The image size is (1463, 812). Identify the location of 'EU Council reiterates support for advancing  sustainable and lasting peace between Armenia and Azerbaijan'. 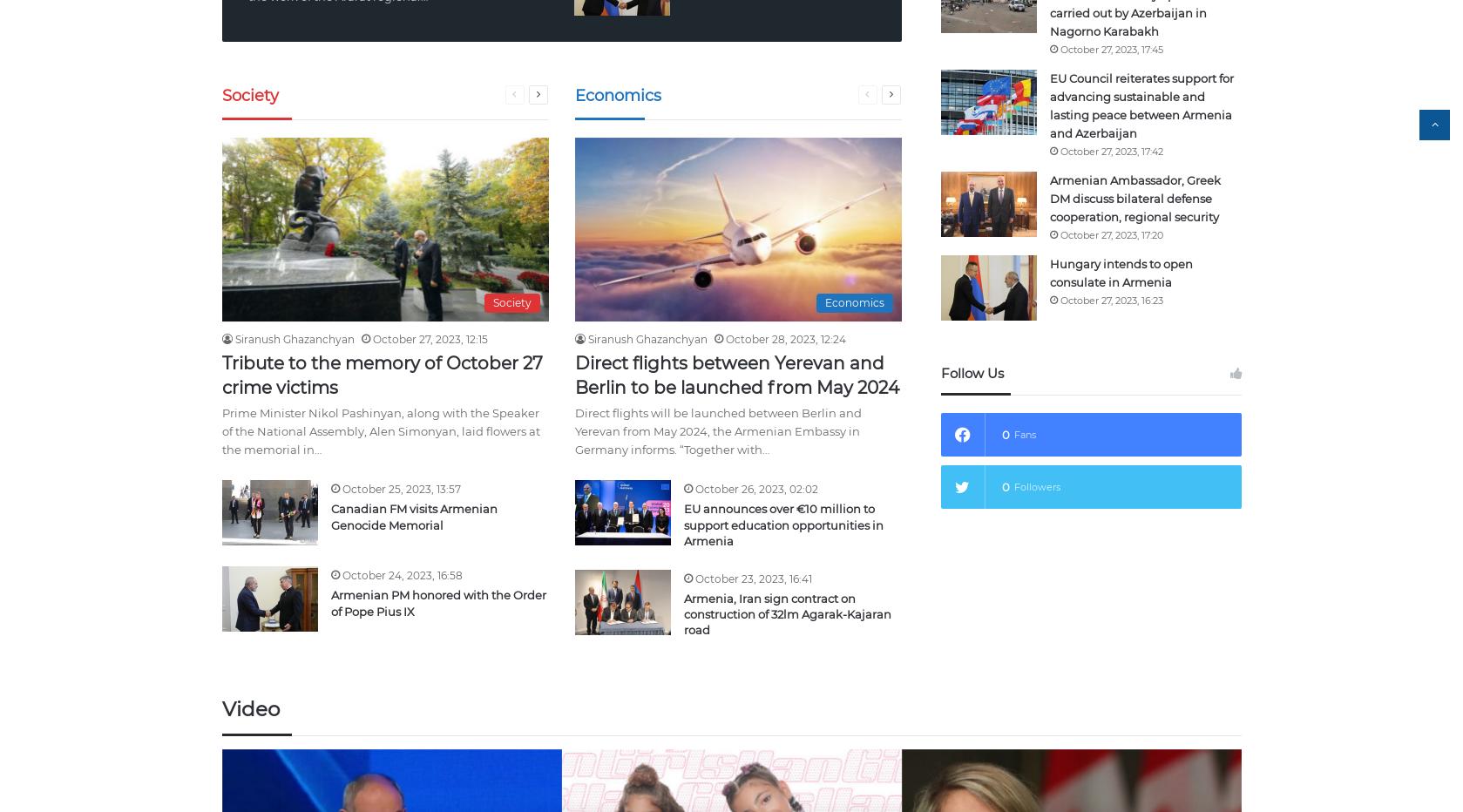
(1140, 104).